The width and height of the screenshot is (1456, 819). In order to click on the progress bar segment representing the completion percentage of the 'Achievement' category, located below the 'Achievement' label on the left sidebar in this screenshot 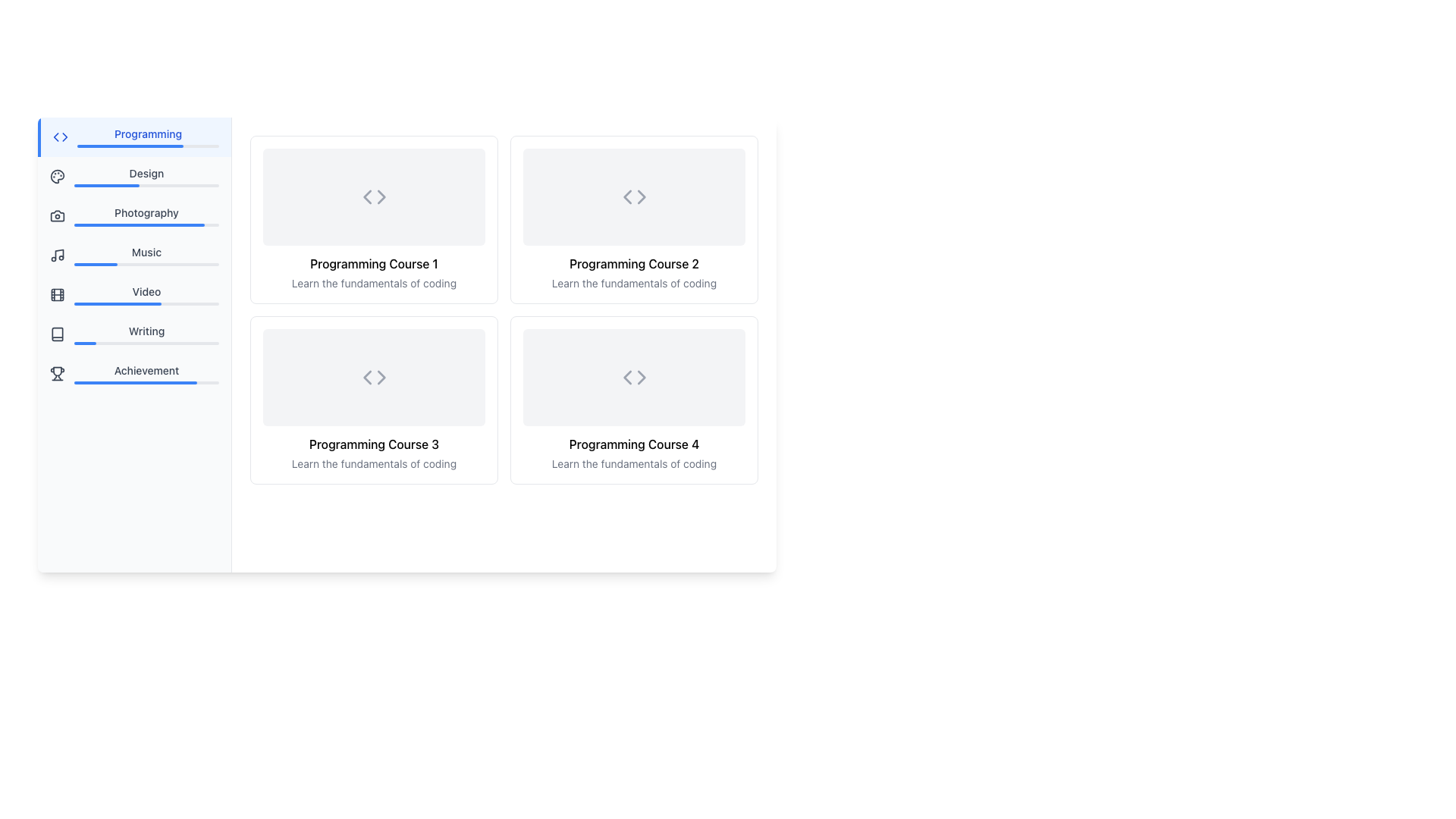, I will do `click(136, 382)`.